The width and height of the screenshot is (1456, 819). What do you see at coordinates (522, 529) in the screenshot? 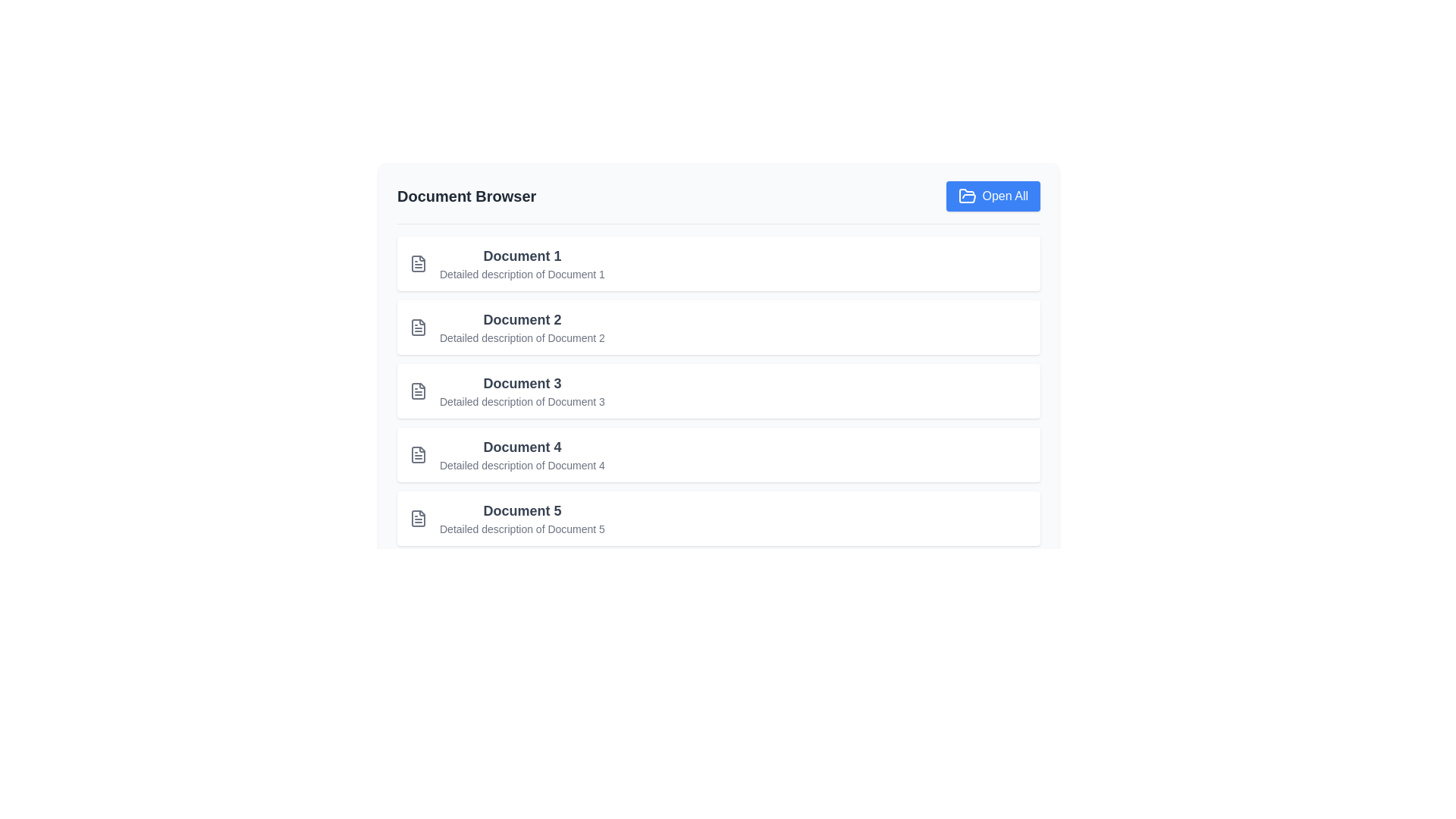
I see `the static text label that provides a brief description of 'Document 5', which is positioned below the document title in a vertically stacked list` at bounding box center [522, 529].